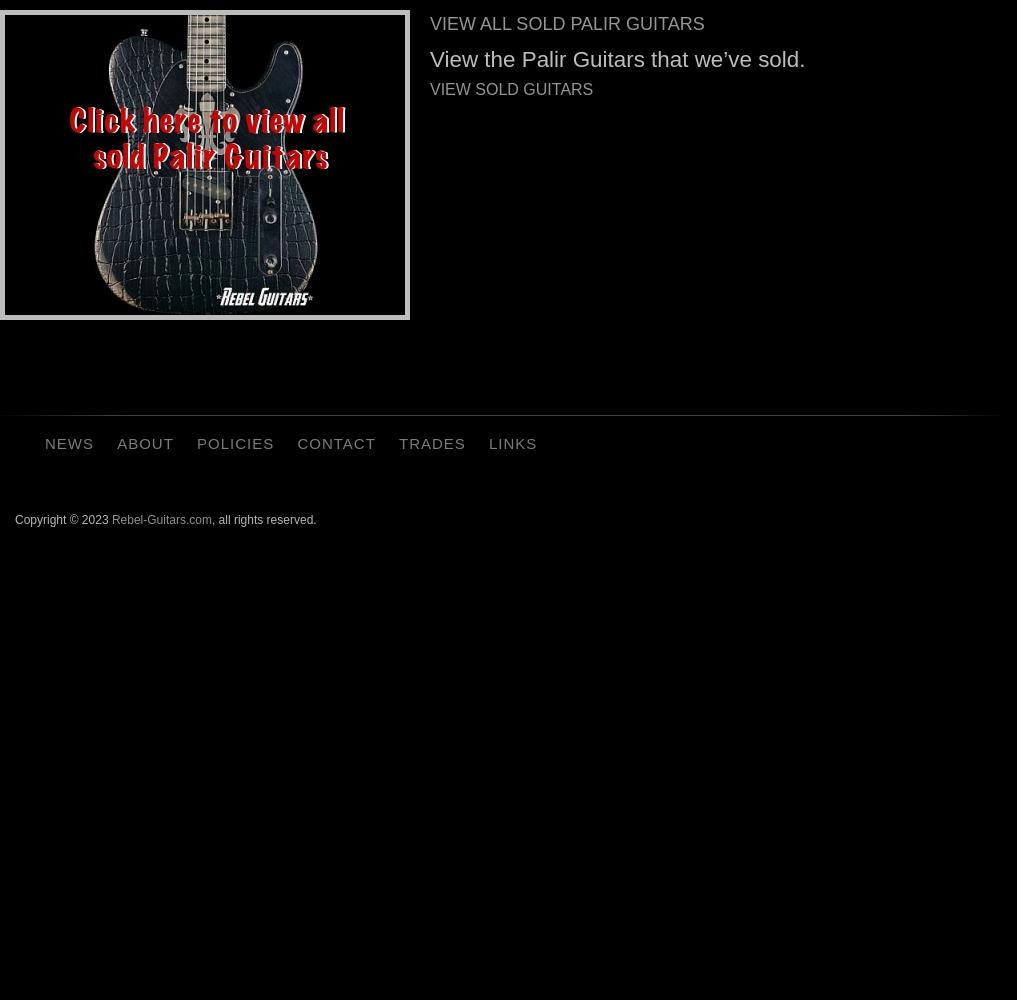 This screenshot has width=1017, height=1000. Describe the element at coordinates (159, 519) in the screenshot. I see `'Rebel-Guitars.com'` at that location.